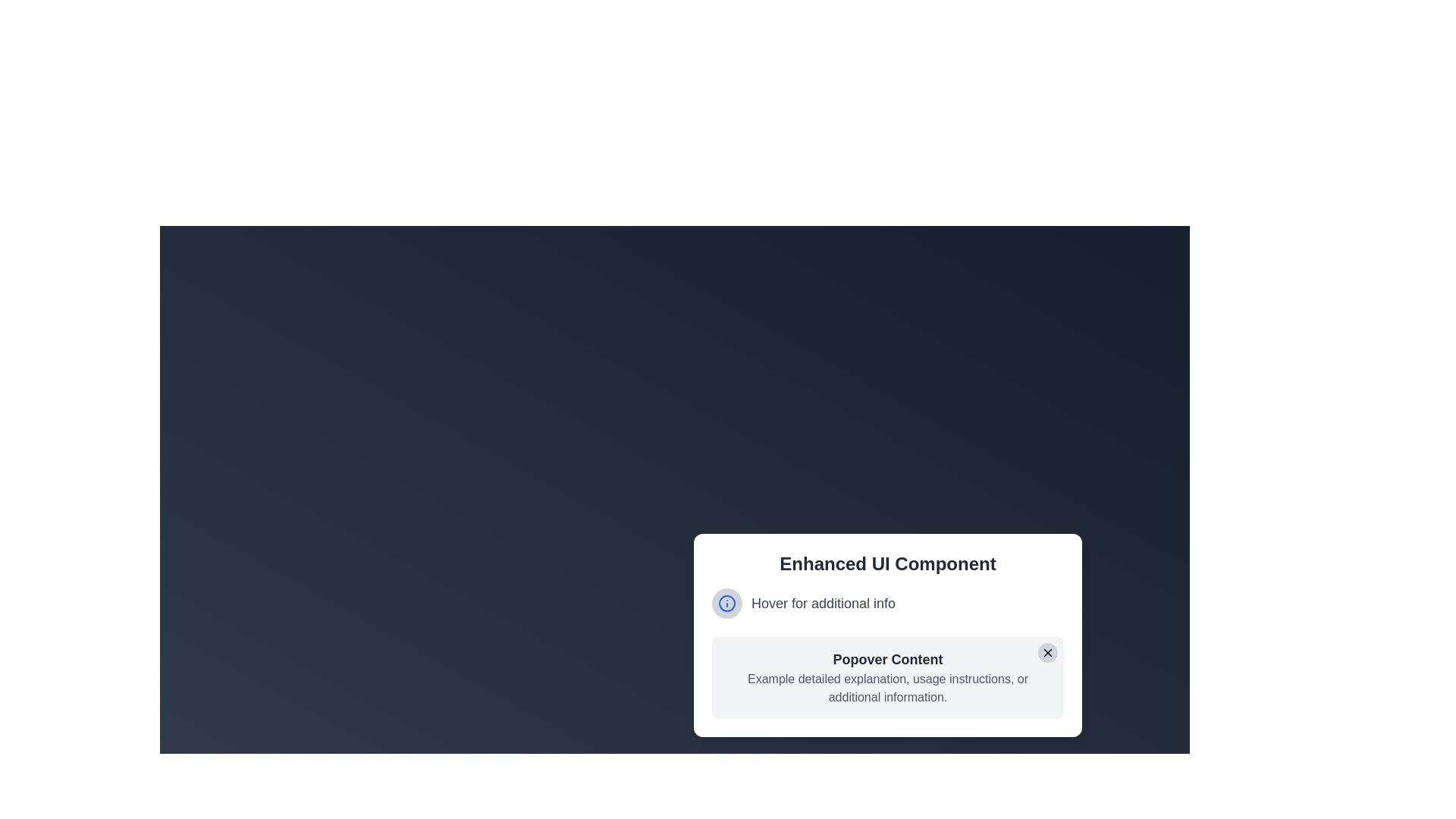 This screenshot has height=819, width=1456. What do you see at coordinates (1047, 651) in the screenshot?
I see `the 'X' icon in the top-right corner of the popover component` at bounding box center [1047, 651].